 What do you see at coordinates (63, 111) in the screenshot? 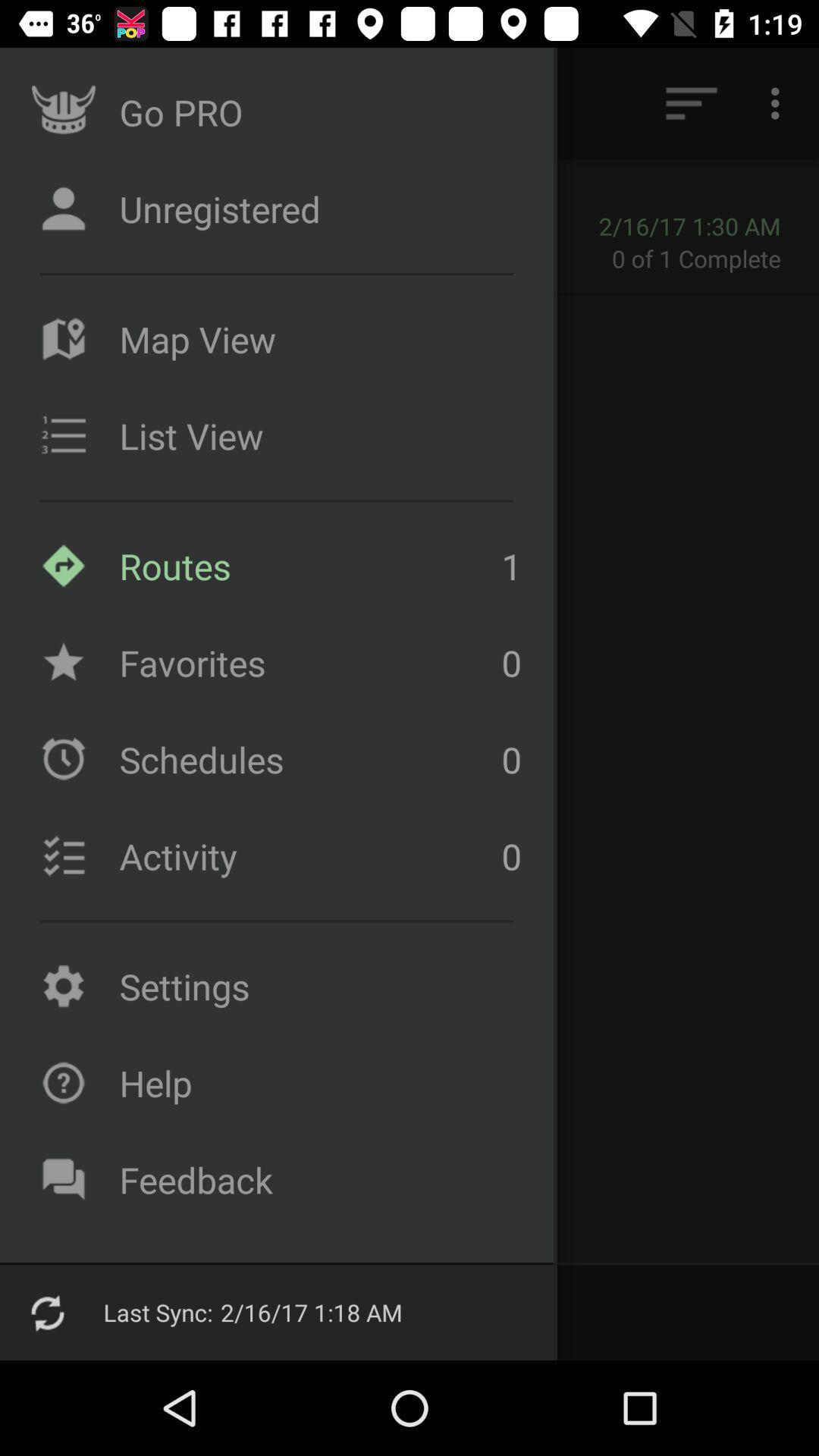
I see `the go pro icon` at bounding box center [63, 111].